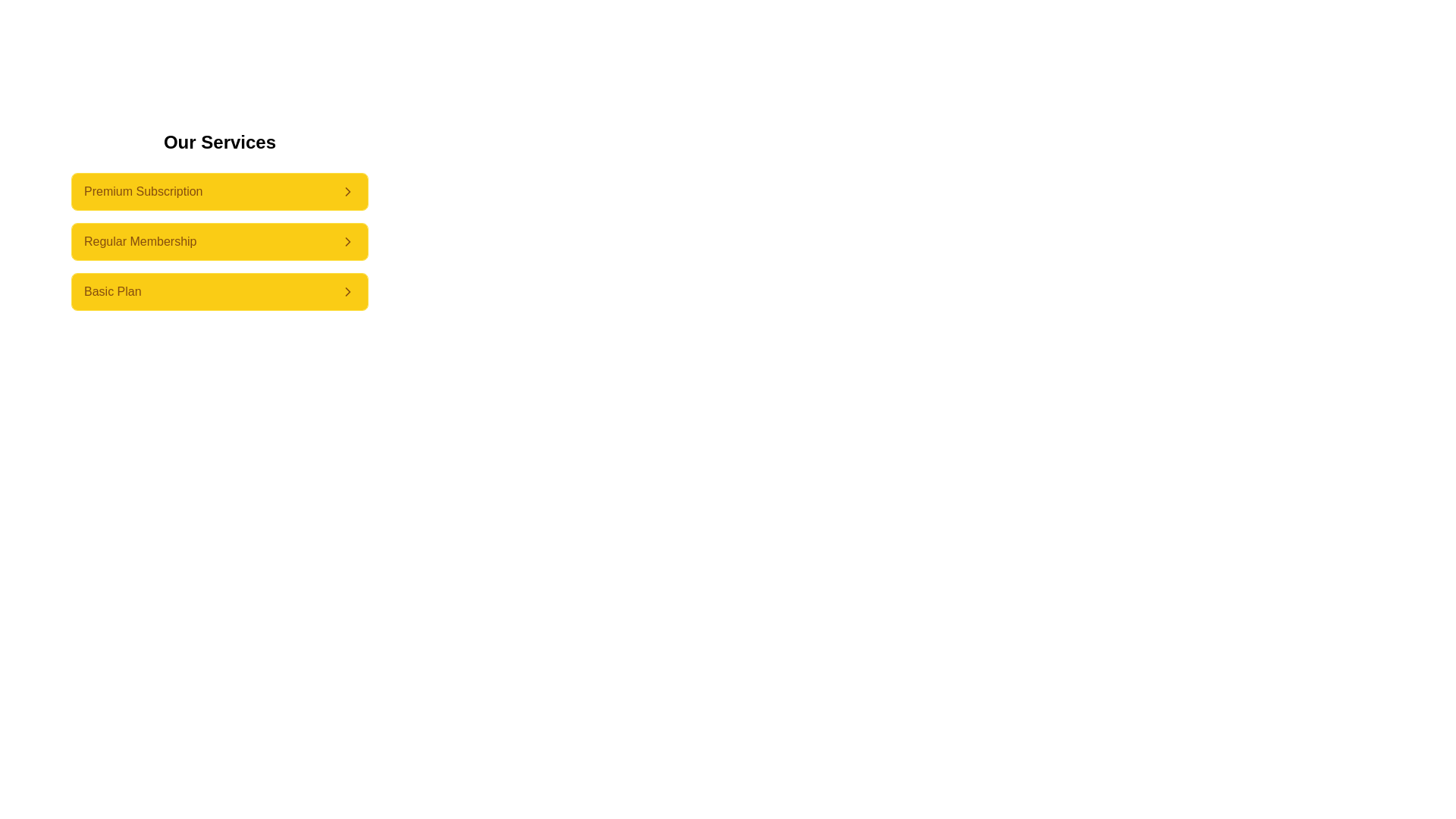 The image size is (1456, 819). I want to click on the 'Basic Plan' text label within the vibrant yellow button, so click(111, 292).